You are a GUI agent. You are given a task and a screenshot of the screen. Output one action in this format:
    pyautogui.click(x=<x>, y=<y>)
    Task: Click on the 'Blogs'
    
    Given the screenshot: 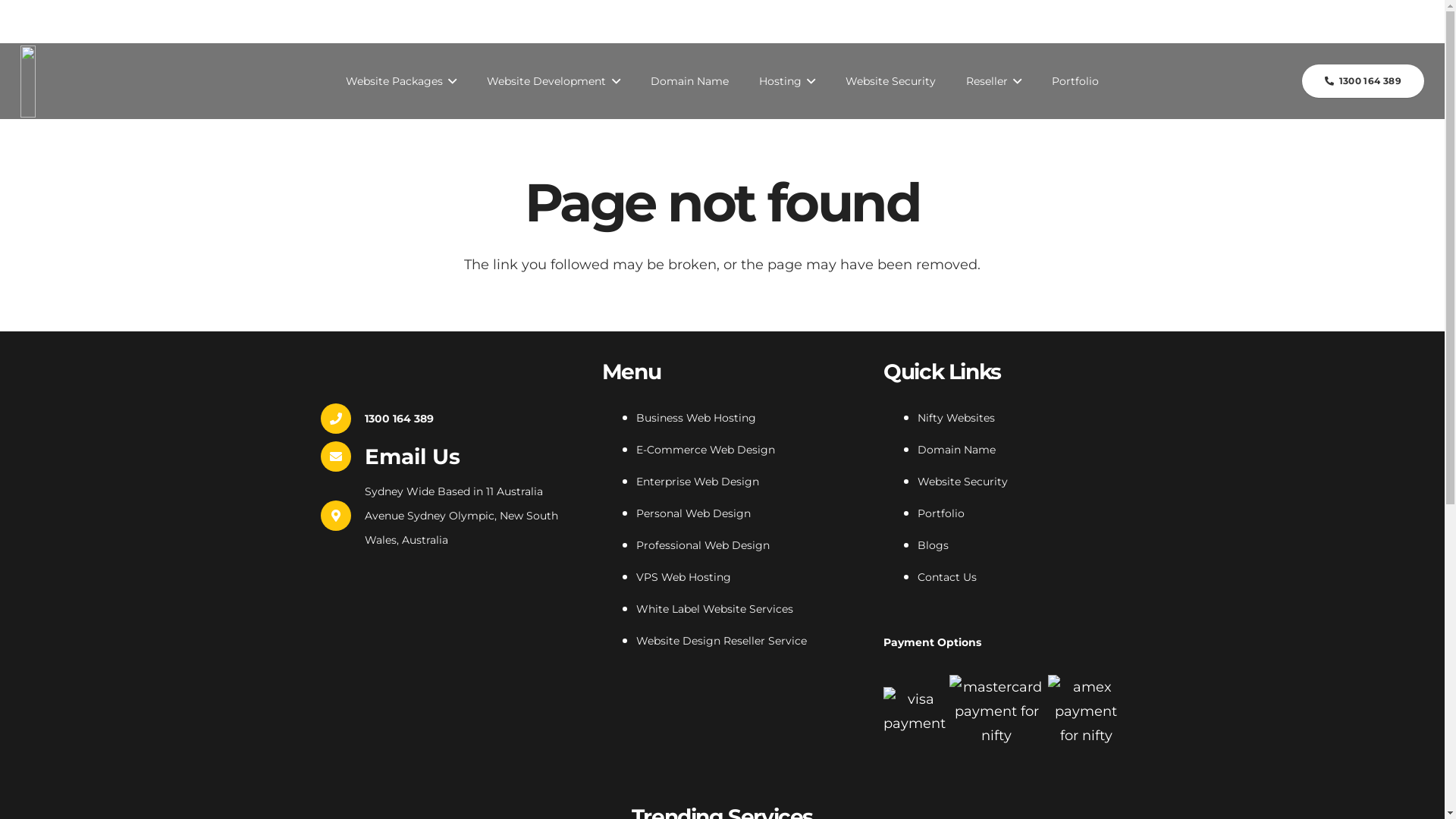 What is the action you would take?
    pyautogui.click(x=932, y=544)
    